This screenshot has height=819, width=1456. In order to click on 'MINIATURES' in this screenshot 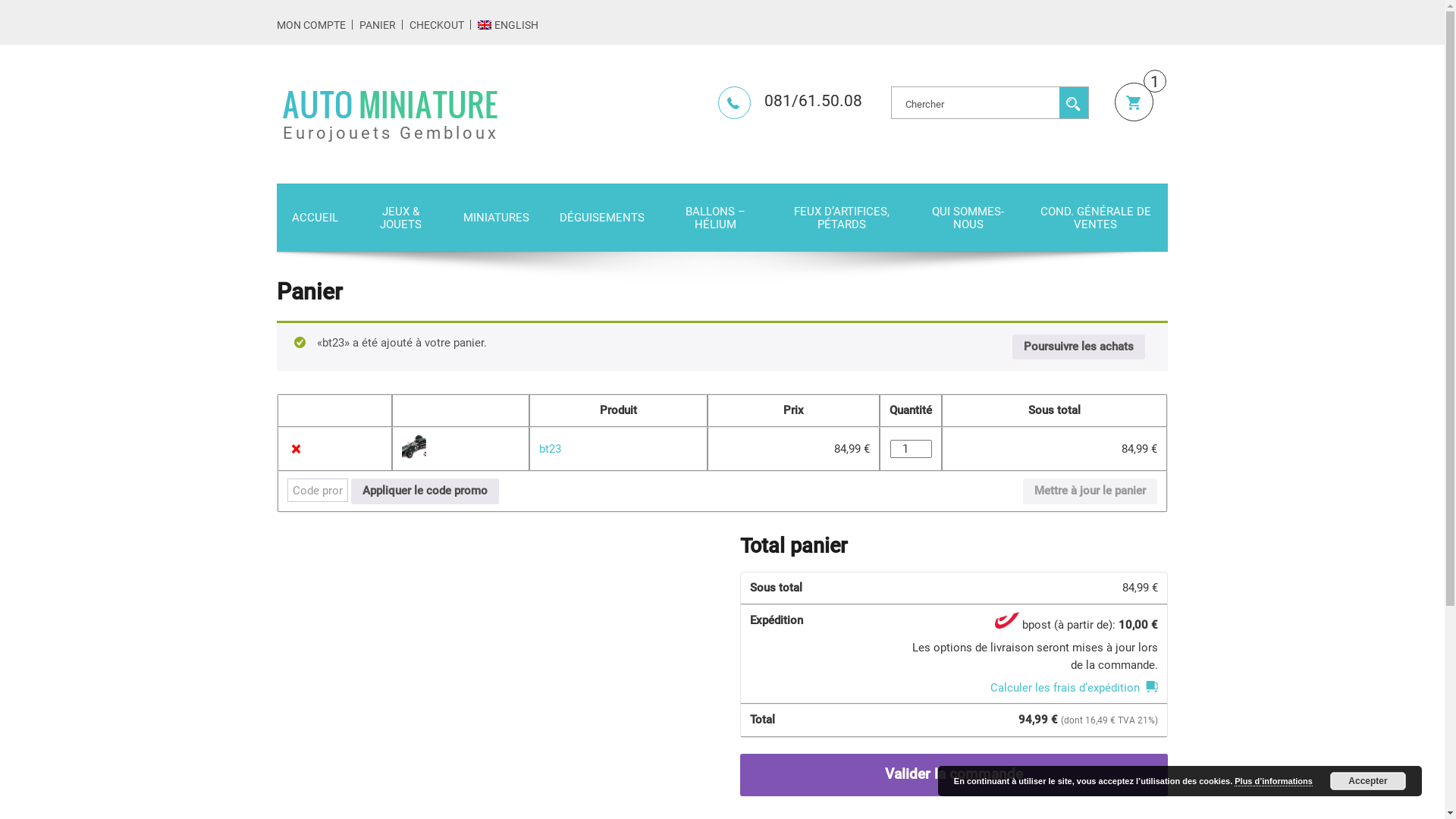, I will do `click(496, 217)`.